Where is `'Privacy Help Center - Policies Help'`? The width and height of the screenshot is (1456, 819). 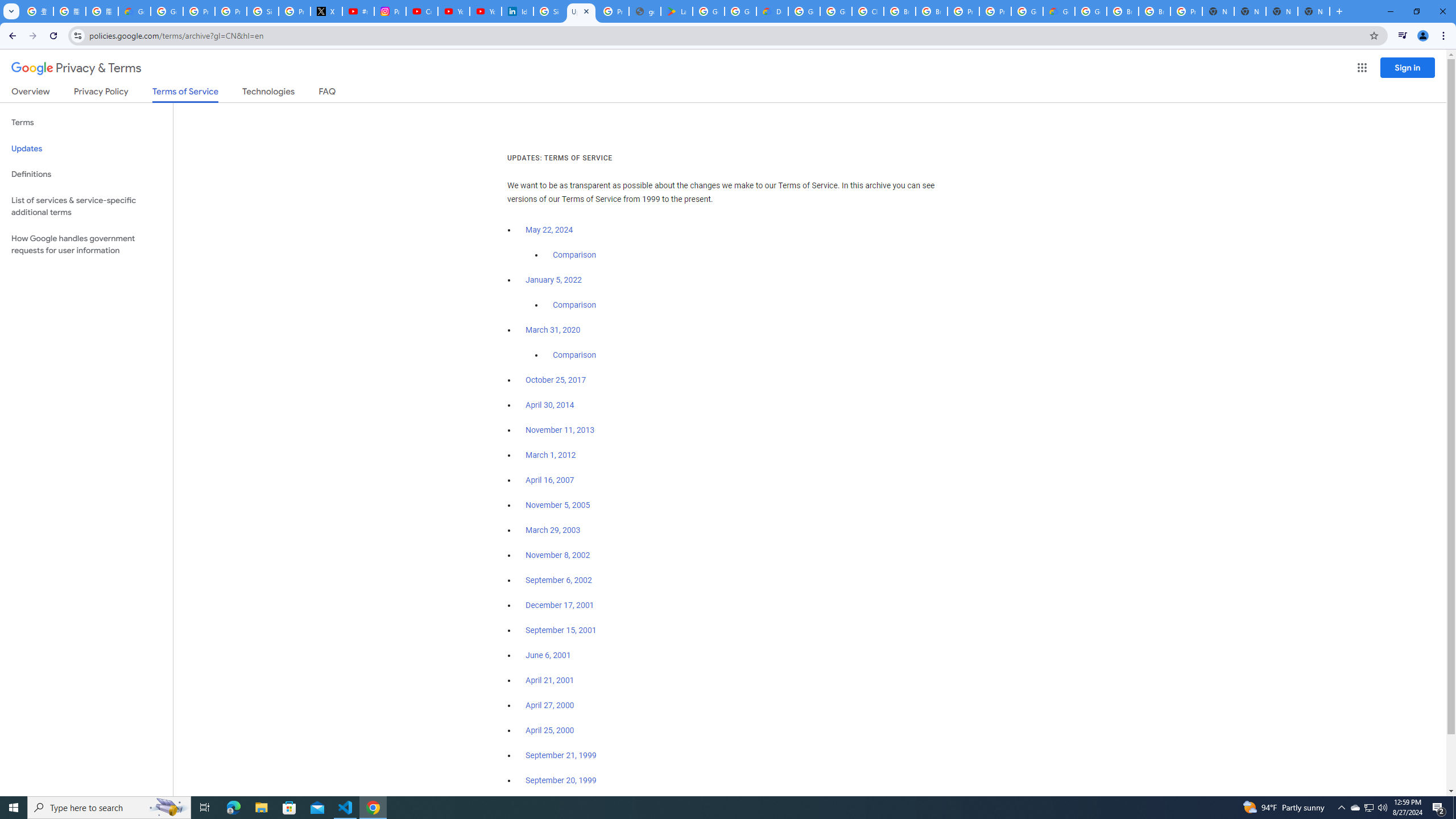 'Privacy Help Center - Policies Help' is located at coordinates (230, 11).